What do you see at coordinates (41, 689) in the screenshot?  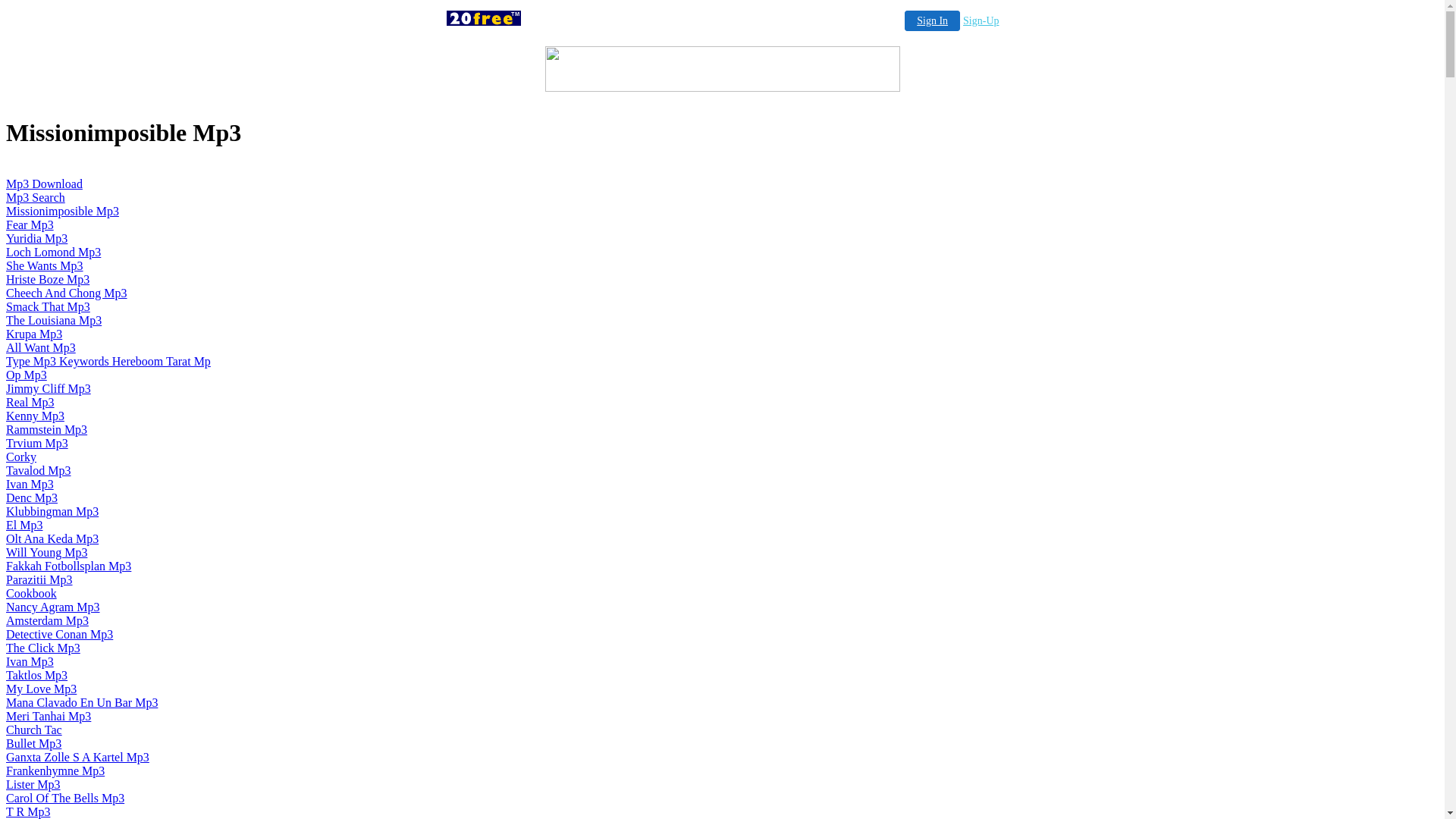 I see `'My Love Mp3'` at bounding box center [41, 689].